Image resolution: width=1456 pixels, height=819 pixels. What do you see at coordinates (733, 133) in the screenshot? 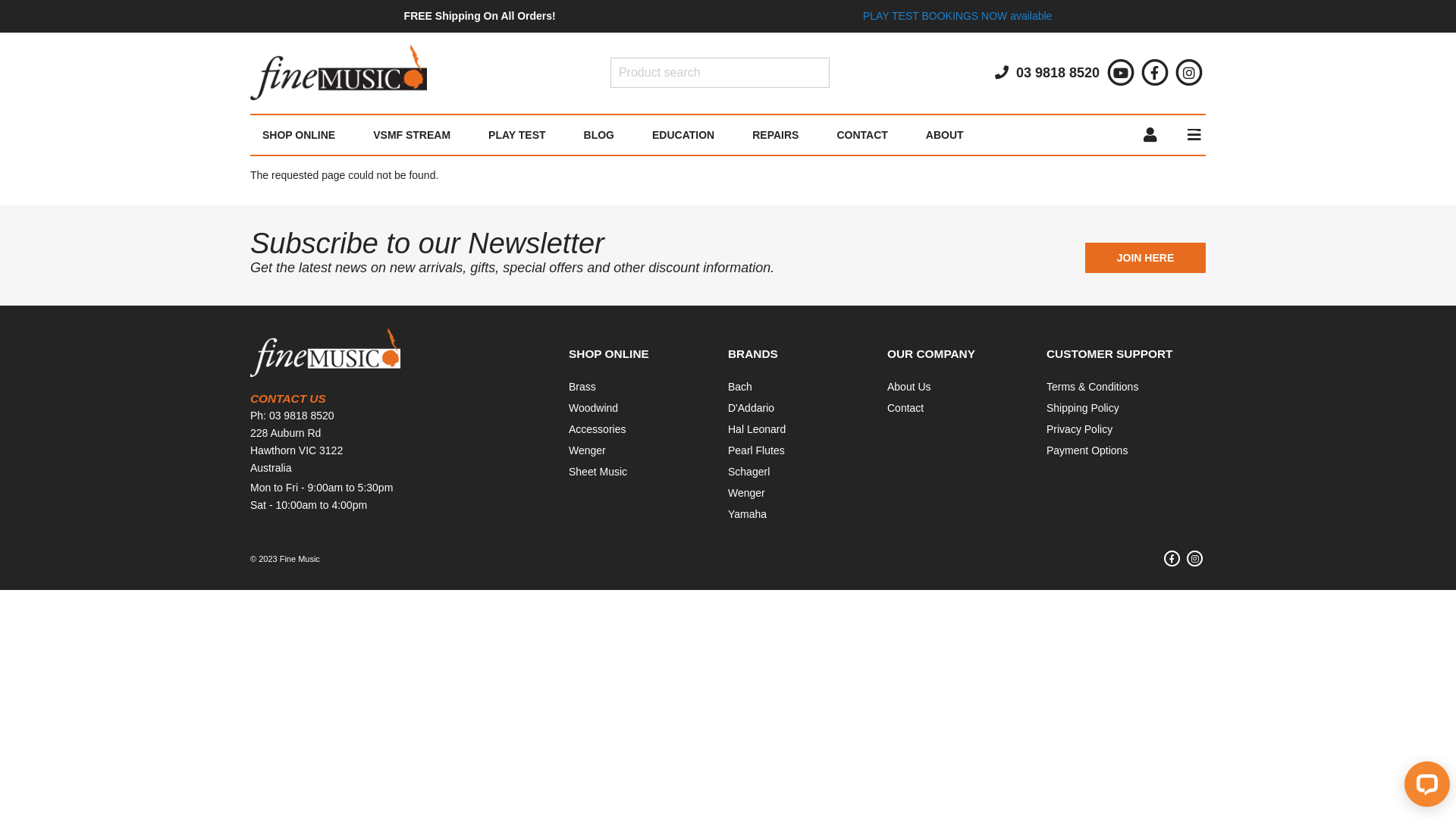
I see `'REPAIRS'` at bounding box center [733, 133].